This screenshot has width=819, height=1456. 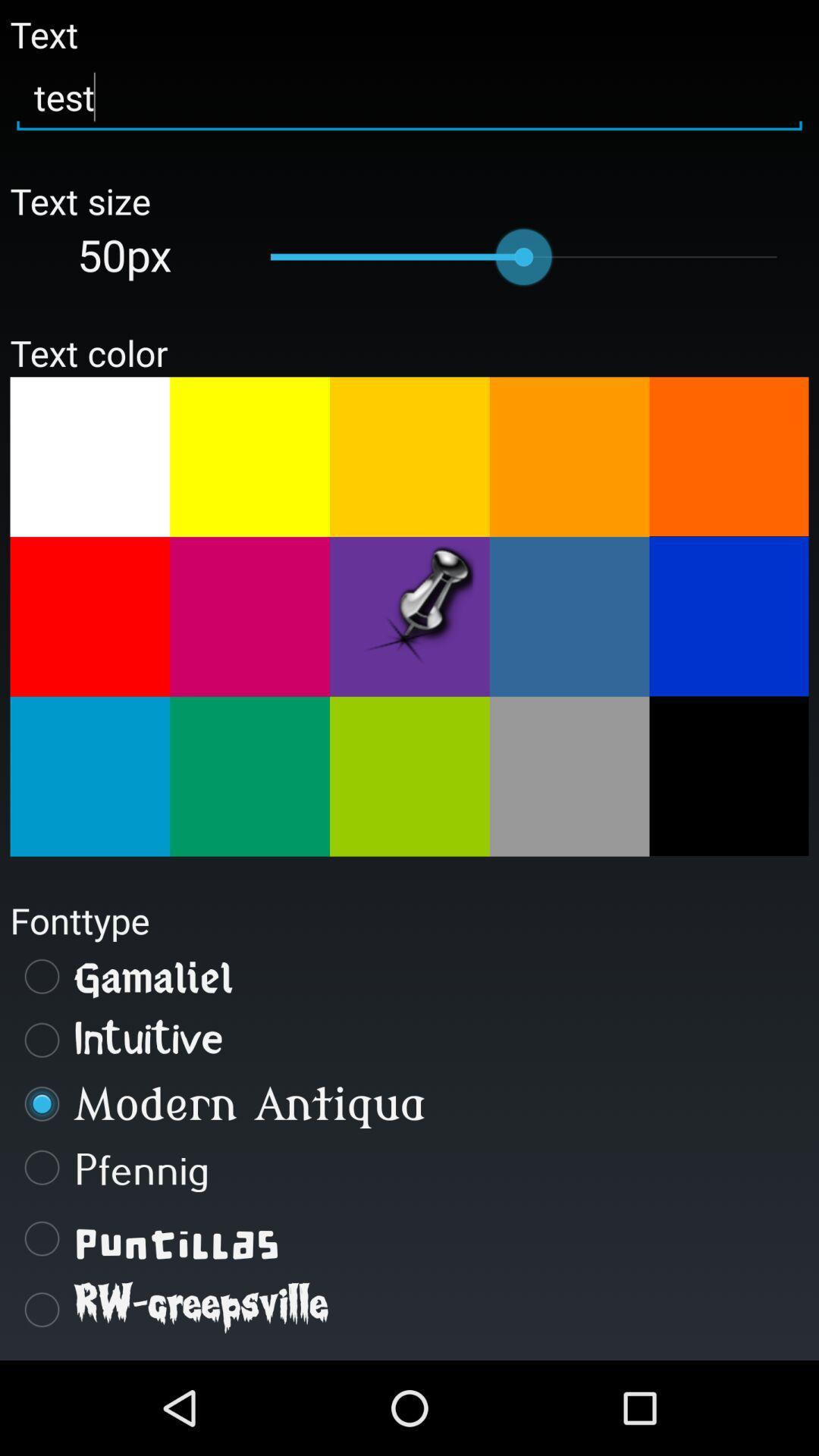 I want to click on light green text color, so click(x=409, y=777).